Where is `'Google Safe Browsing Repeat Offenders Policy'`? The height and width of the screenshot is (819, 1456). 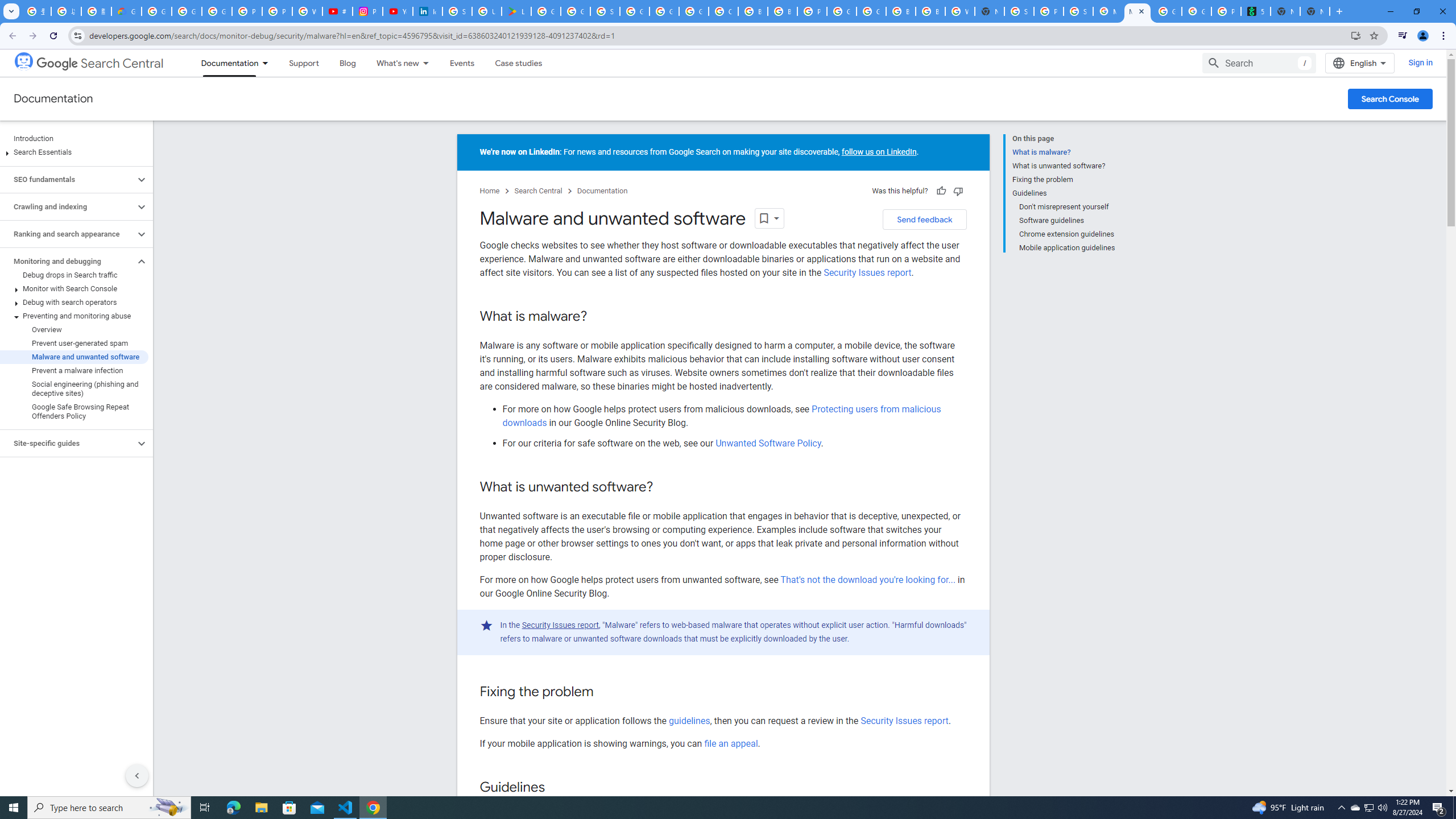 'Google Safe Browsing Repeat Offenders Policy' is located at coordinates (74, 411).